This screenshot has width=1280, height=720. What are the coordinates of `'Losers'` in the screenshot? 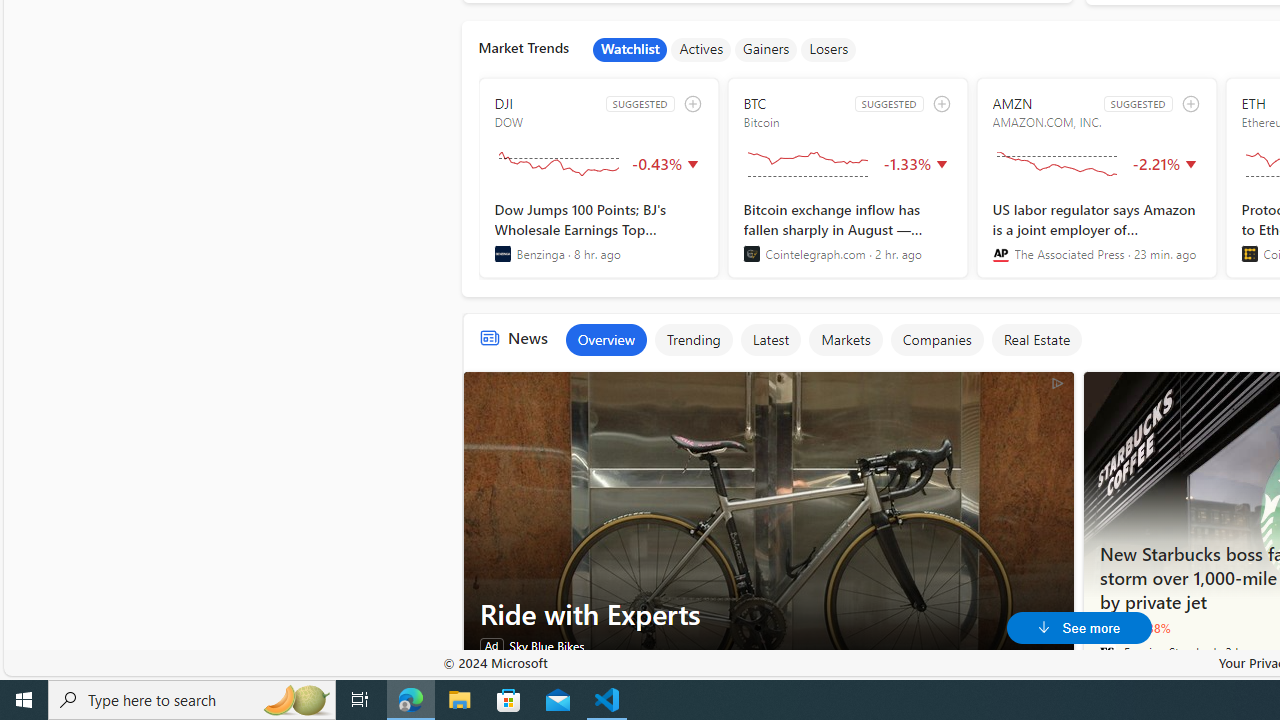 It's located at (829, 49).